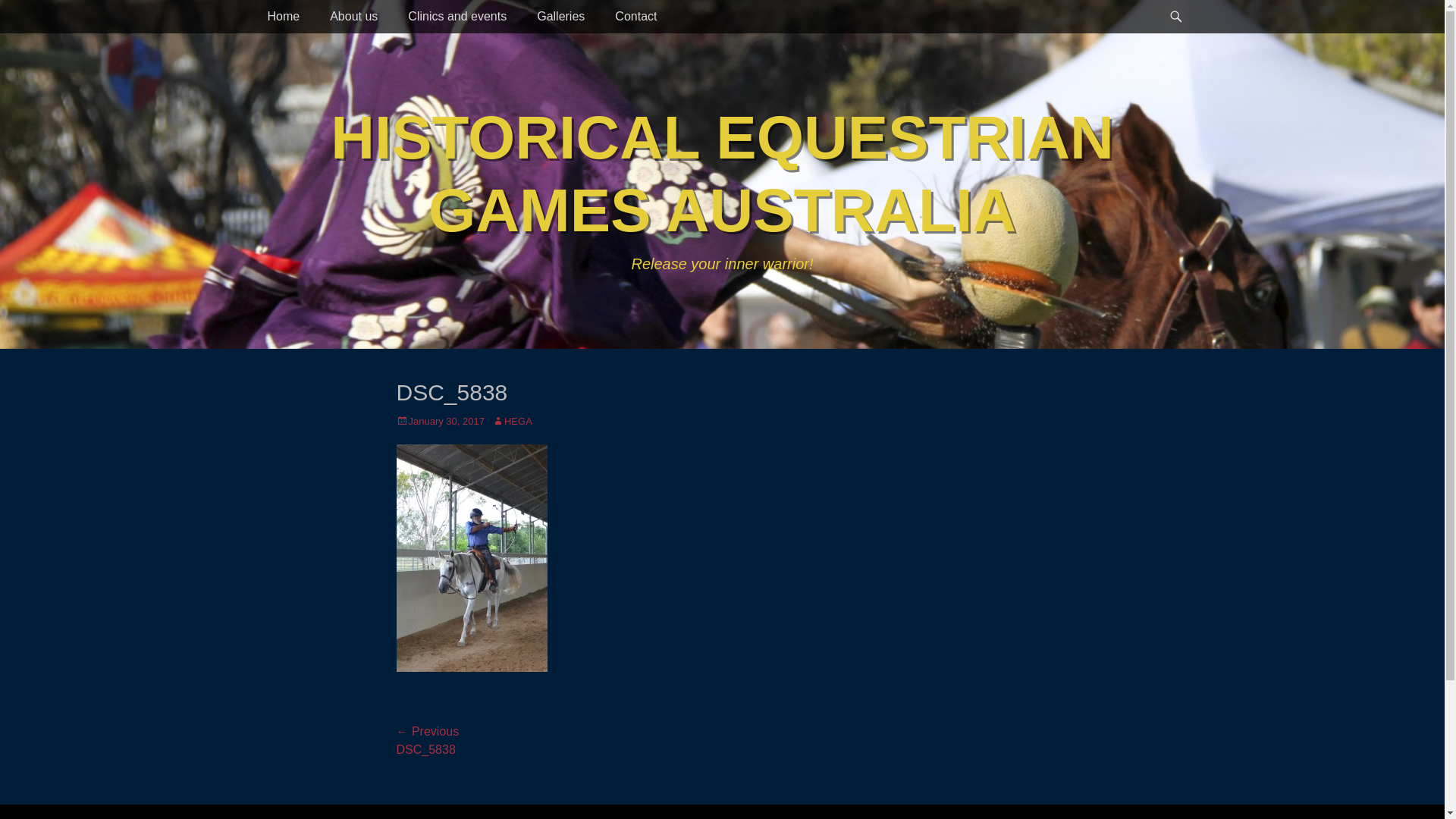 The height and width of the screenshot is (819, 1456). Describe the element at coordinates (512, 421) in the screenshot. I see `'HEGA'` at that location.